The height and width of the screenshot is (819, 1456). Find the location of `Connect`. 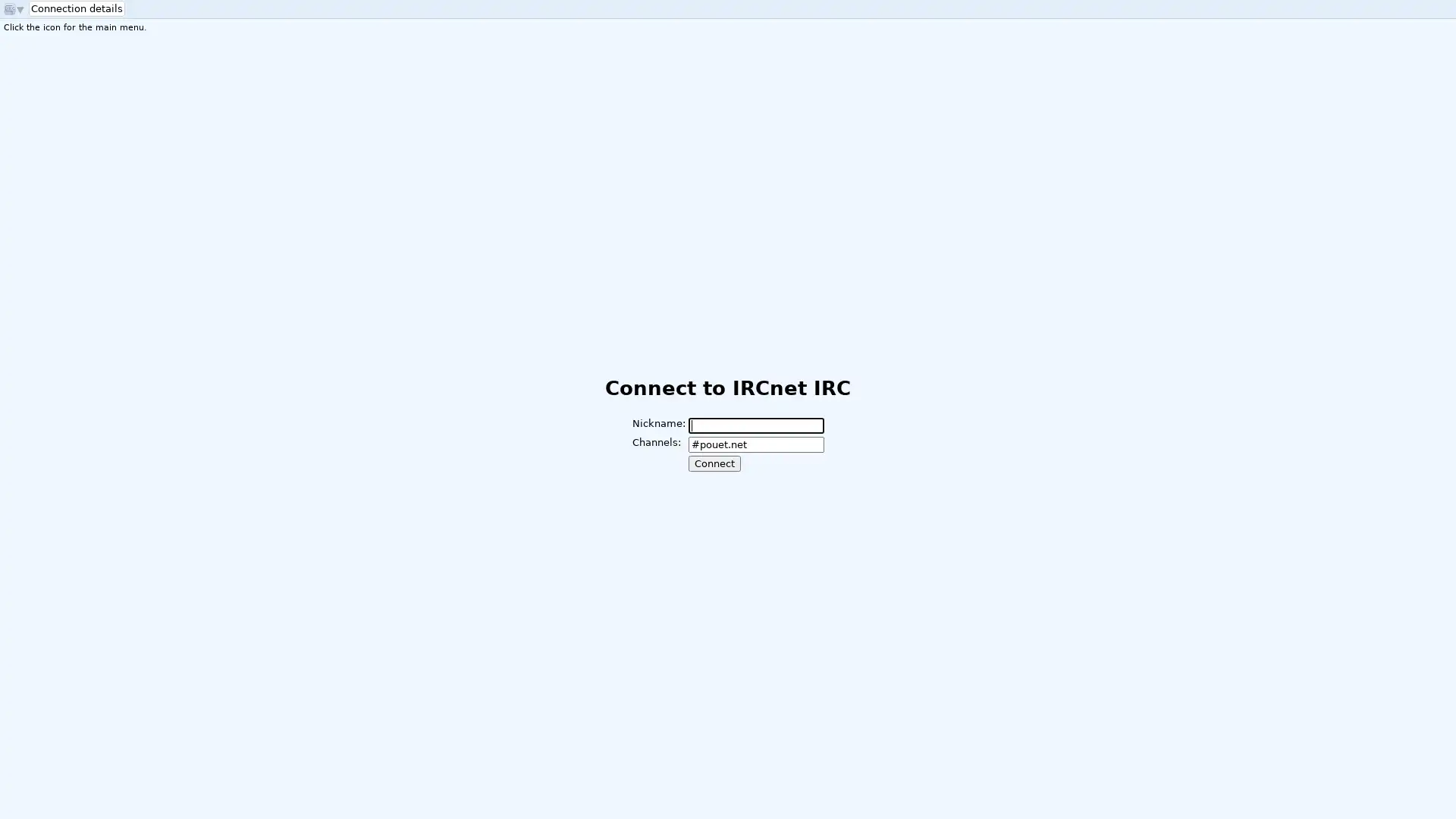

Connect is located at coordinates (713, 463).